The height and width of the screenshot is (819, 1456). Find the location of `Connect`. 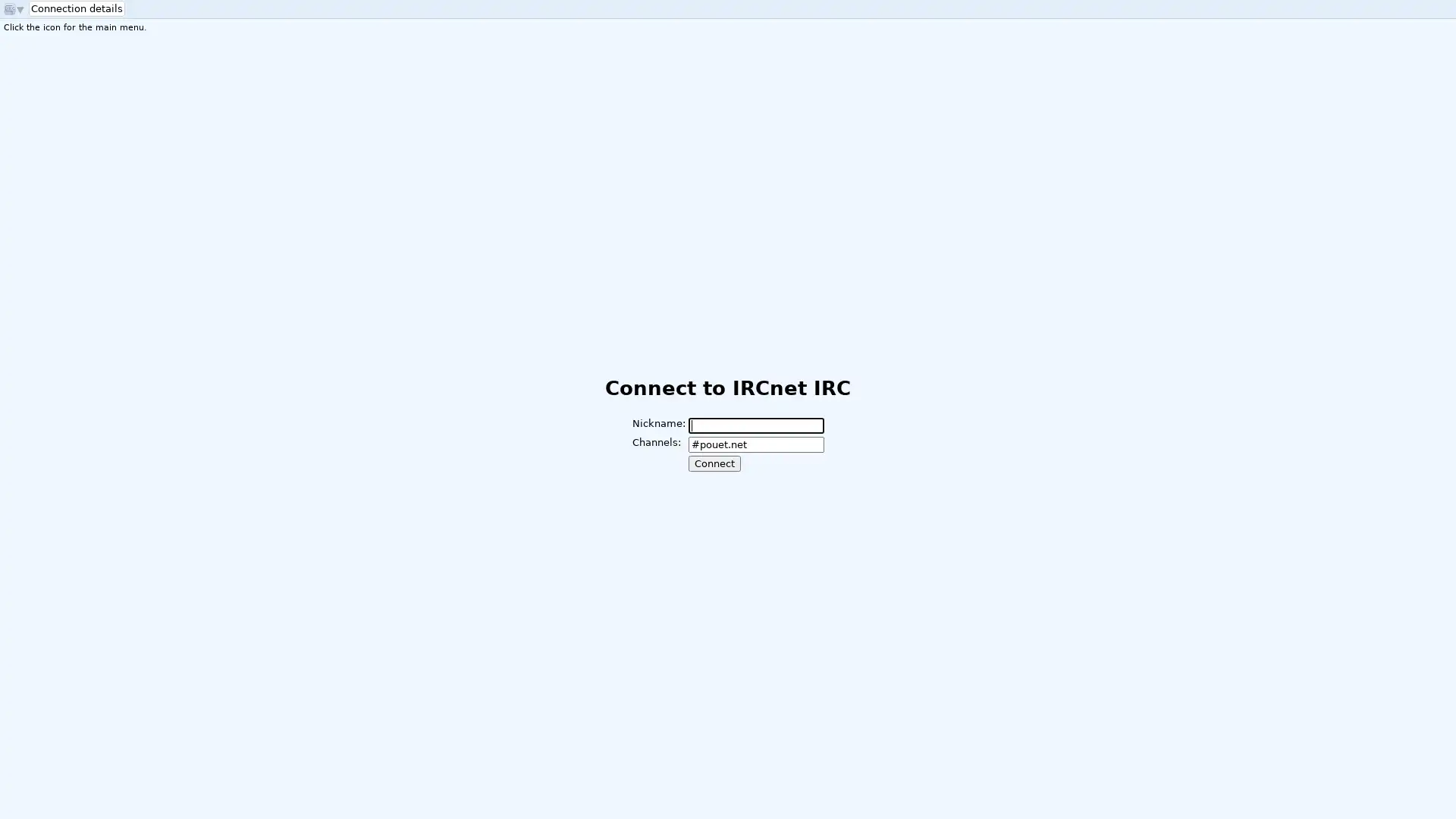

Connect is located at coordinates (713, 463).